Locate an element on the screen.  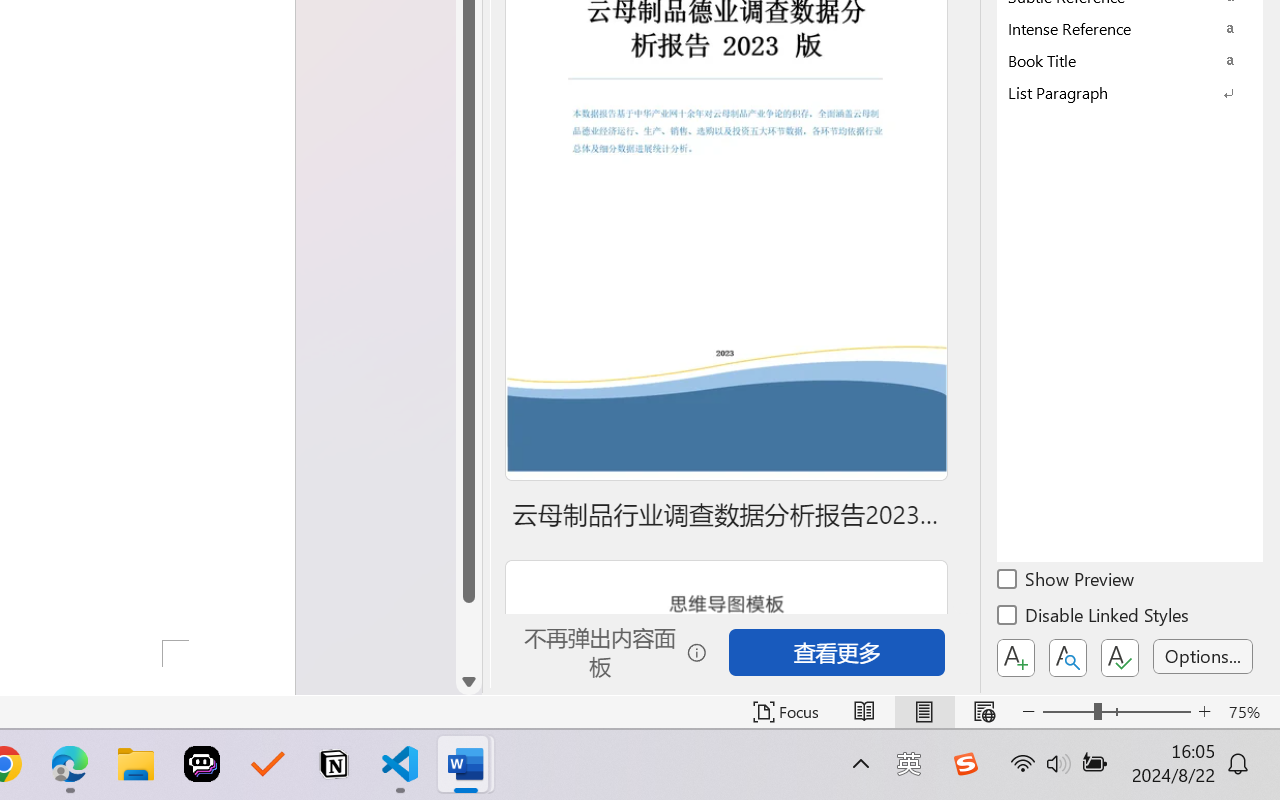
'Focus ' is located at coordinates (785, 711).